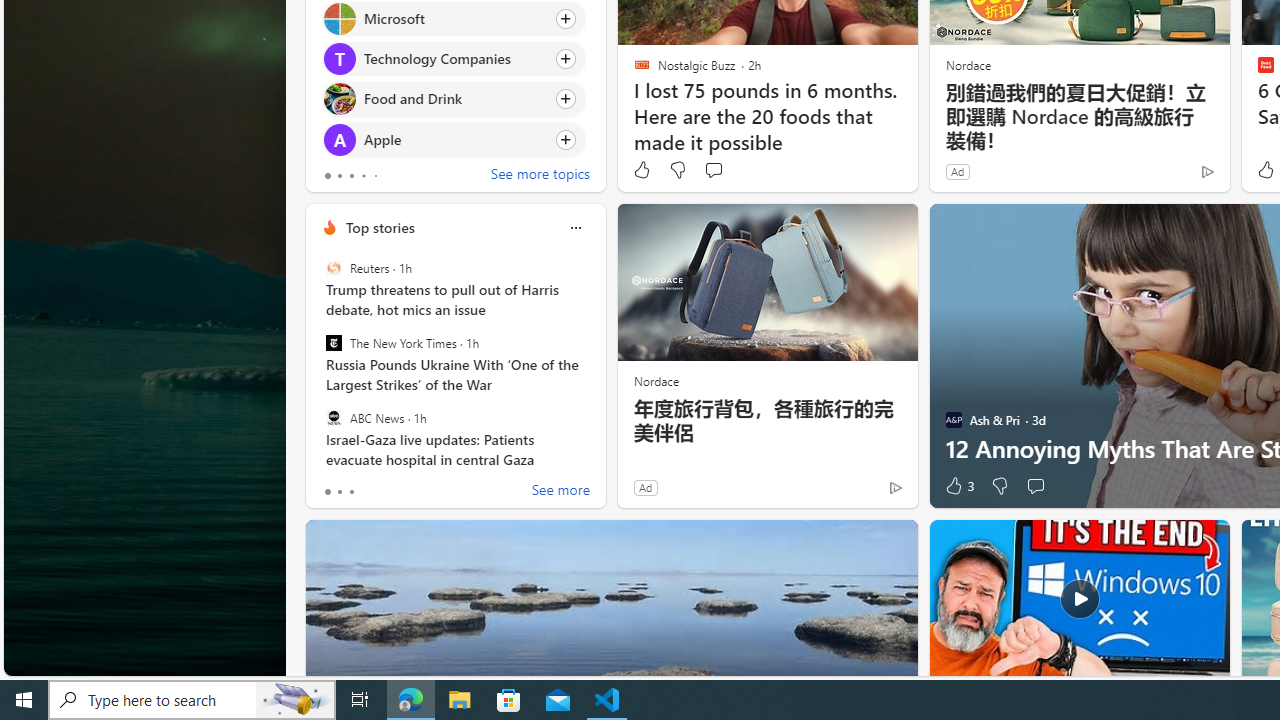 The image size is (1280, 720). I want to click on 'Click to follow topic Microsoft', so click(452, 18).